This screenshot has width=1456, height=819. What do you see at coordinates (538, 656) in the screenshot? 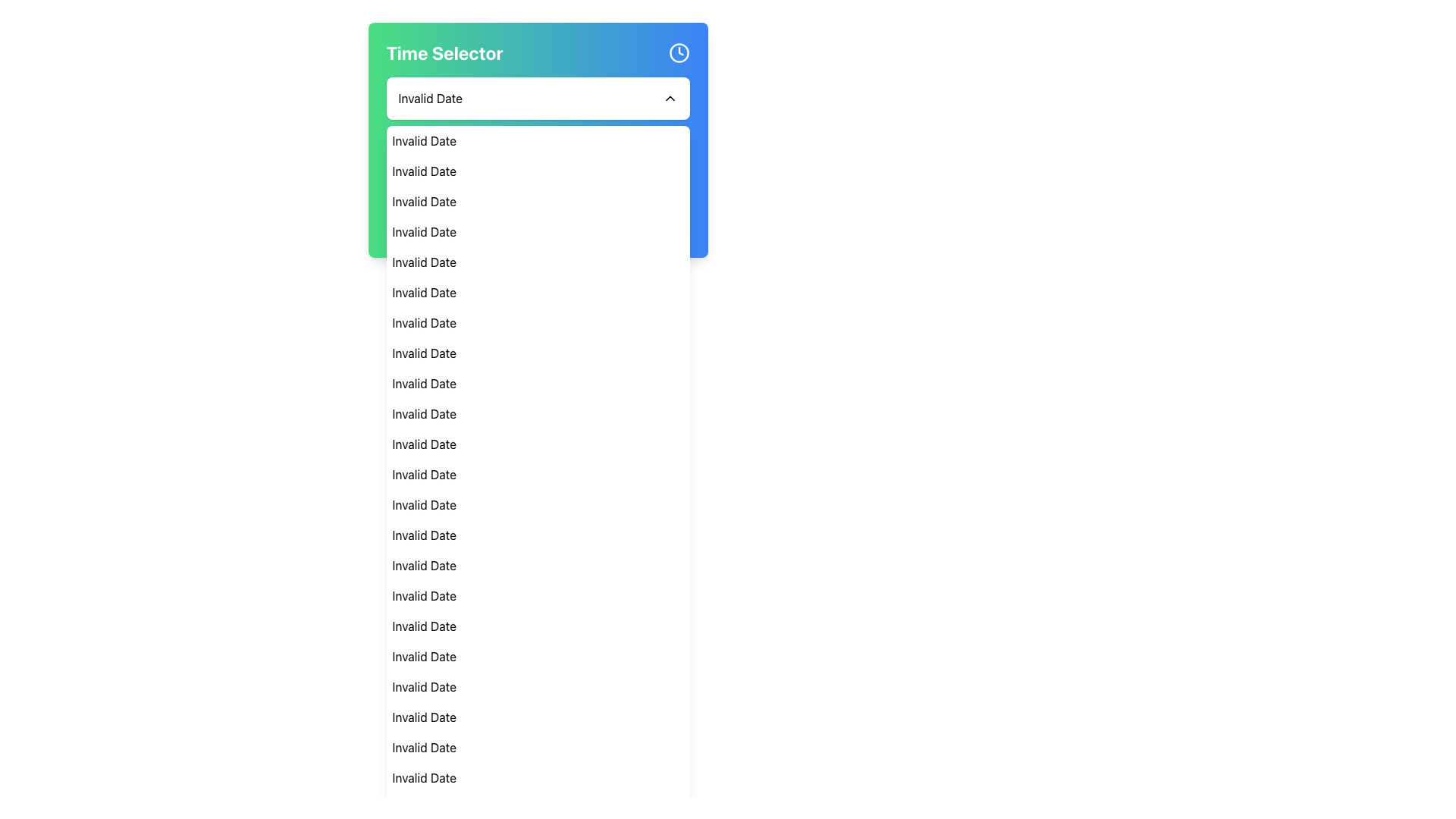
I see `the 18th item in the dropdown list which displays 'Invalid Date' as a placeholder or error` at bounding box center [538, 656].